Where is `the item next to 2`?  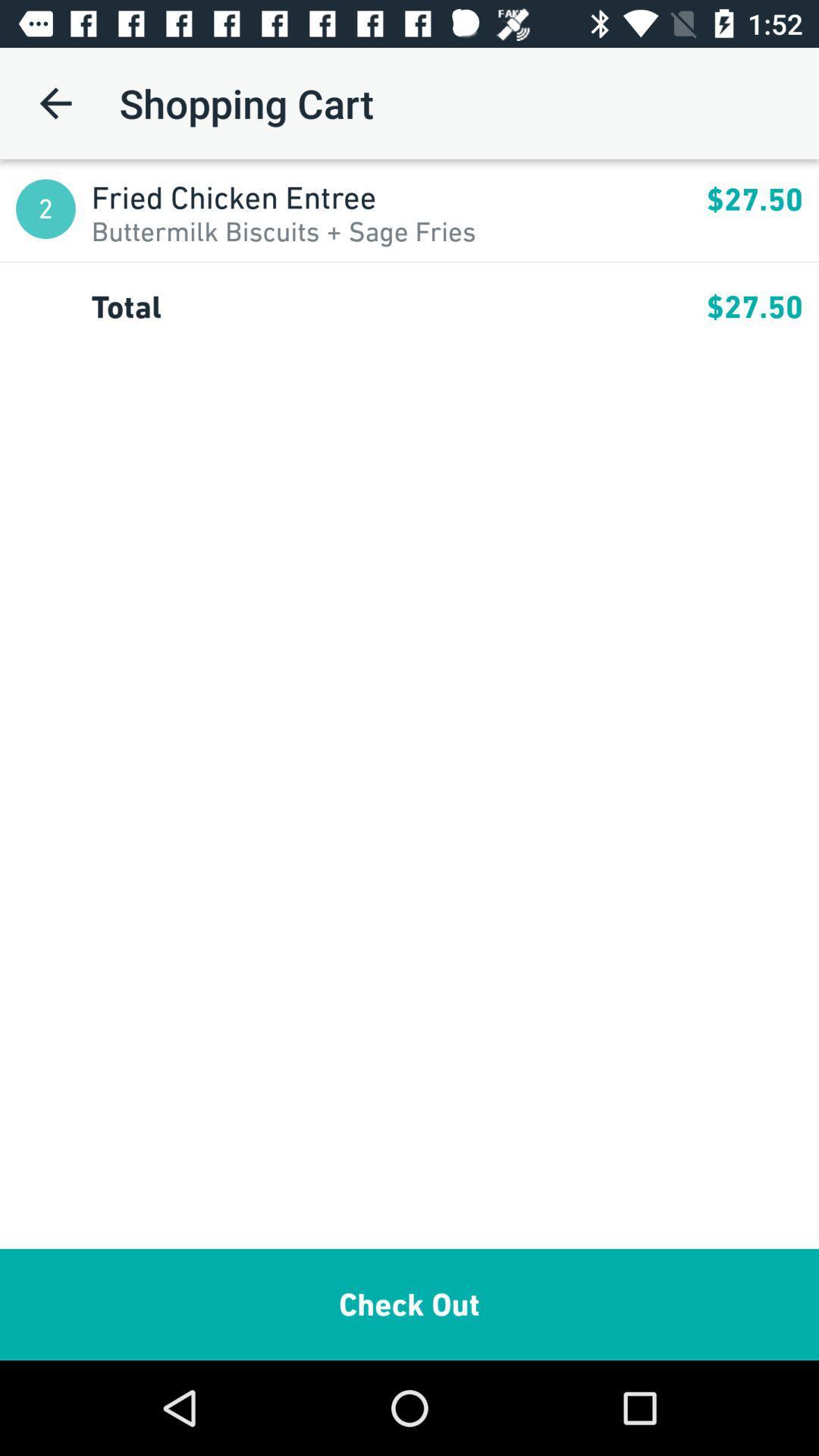
the item next to 2 is located at coordinates (284, 231).